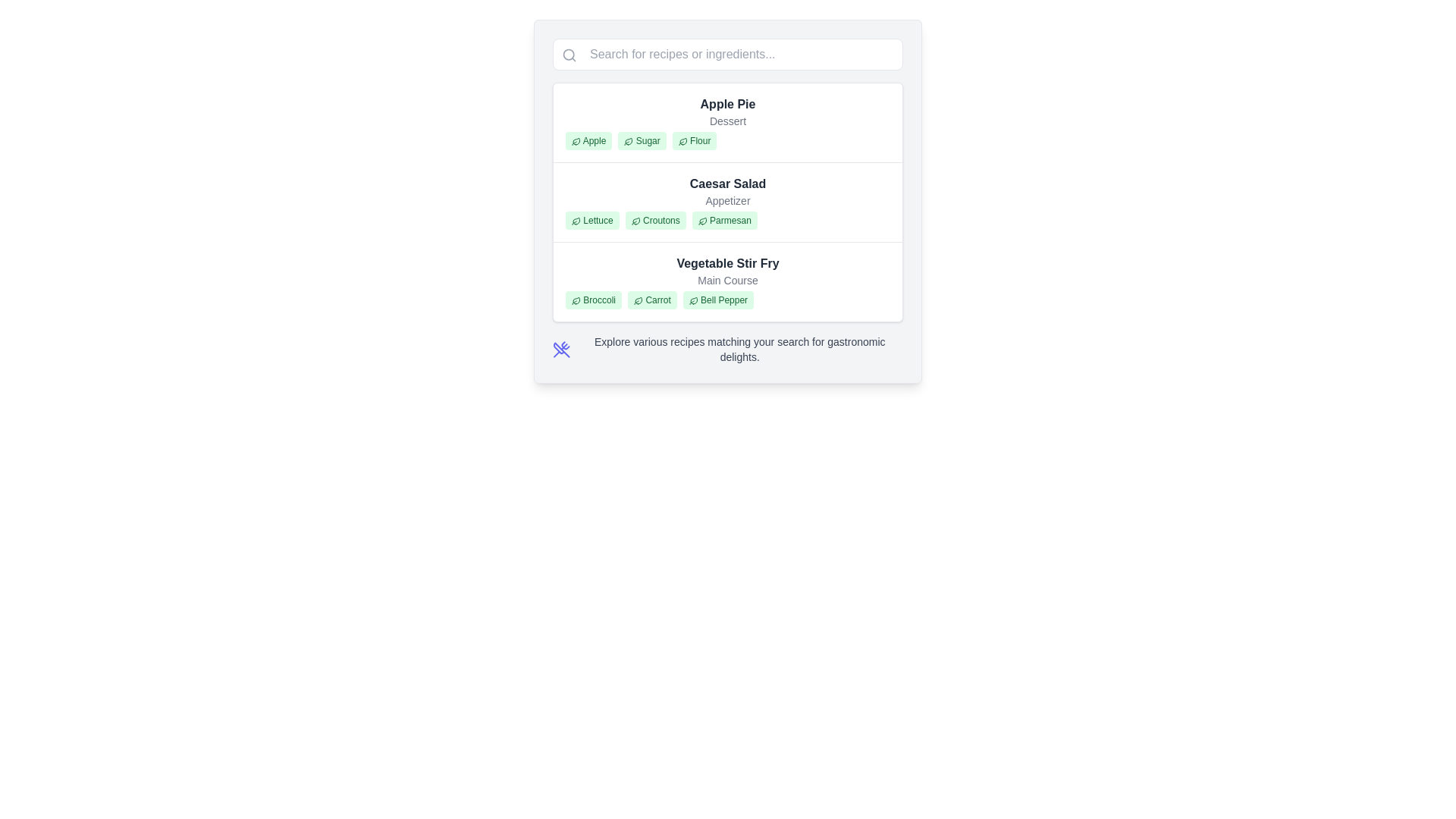 This screenshot has width=1456, height=819. What do you see at coordinates (692, 300) in the screenshot?
I see `the green leaf icon located to the left of the text 'Bell Pepper' within the green label in the 'Vegetable Stir Fry' section` at bounding box center [692, 300].